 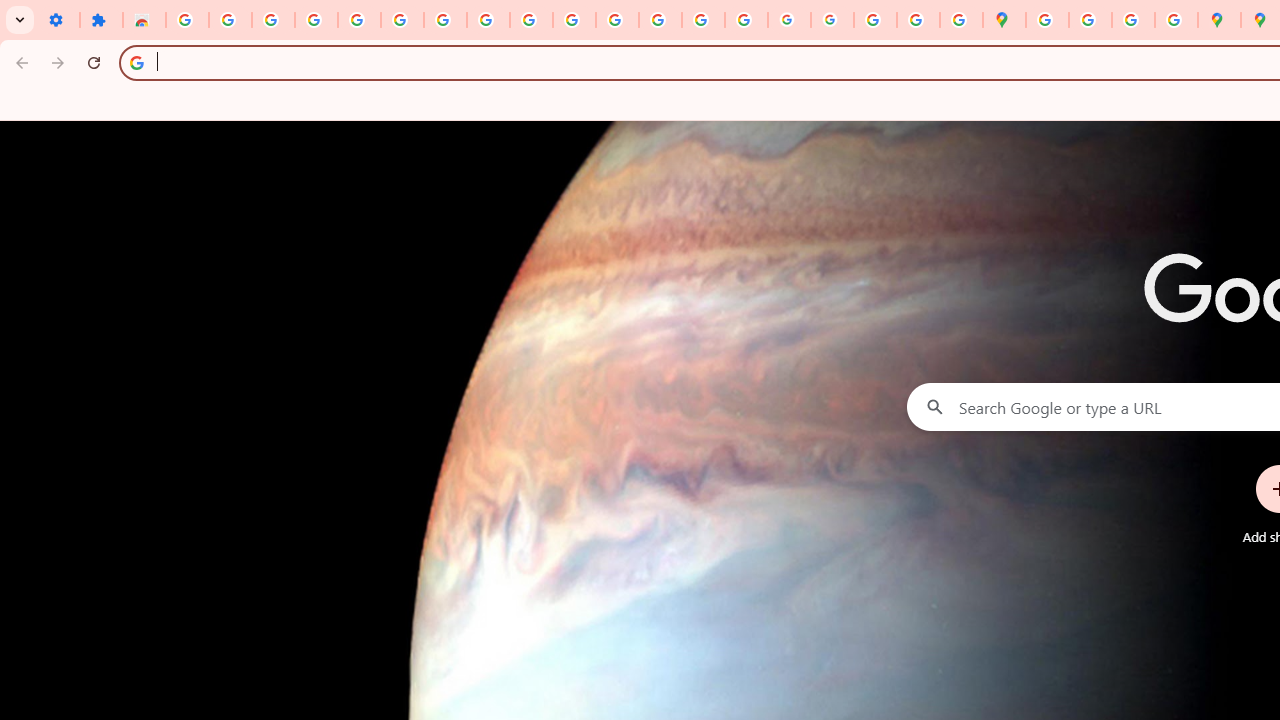 What do you see at coordinates (272, 20) in the screenshot?
I see `'Delete photos & videos - Computer - Google Photos Help'` at bounding box center [272, 20].